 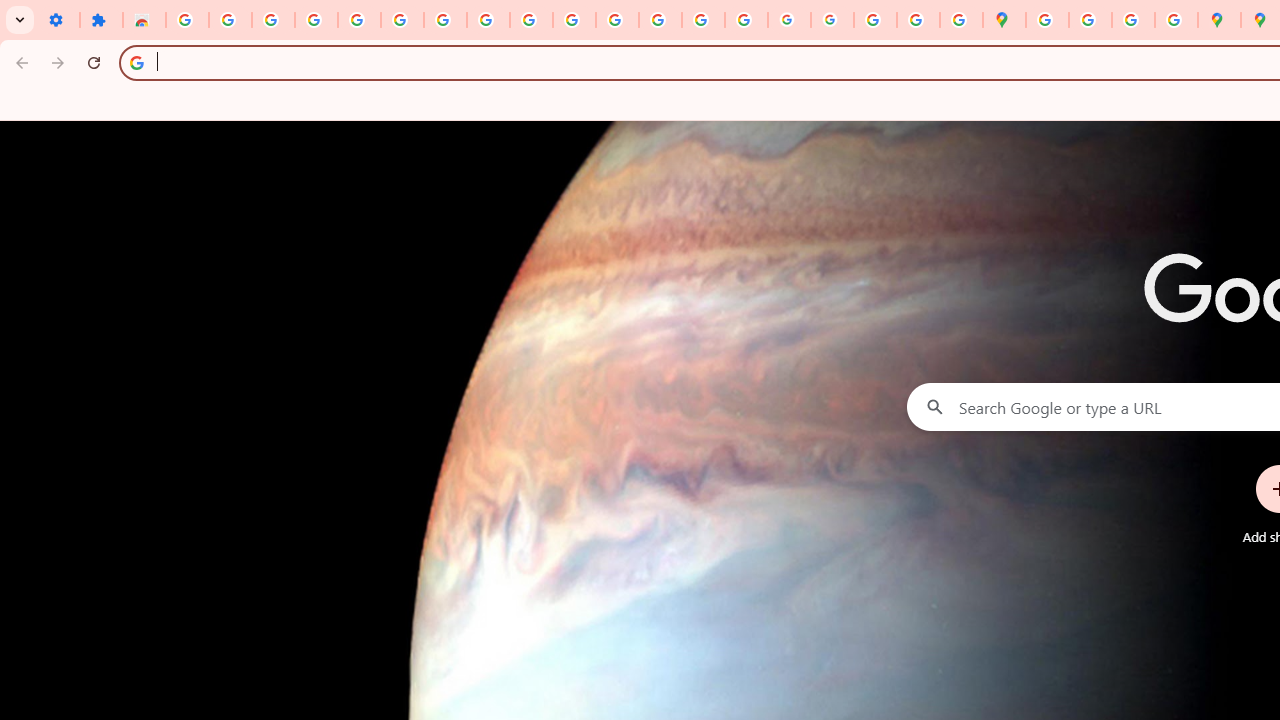 What do you see at coordinates (272, 20) in the screenshot?
I see `'Delete photos & videos - Computer - Google Photos Help'` at bounding box center [272, 20].